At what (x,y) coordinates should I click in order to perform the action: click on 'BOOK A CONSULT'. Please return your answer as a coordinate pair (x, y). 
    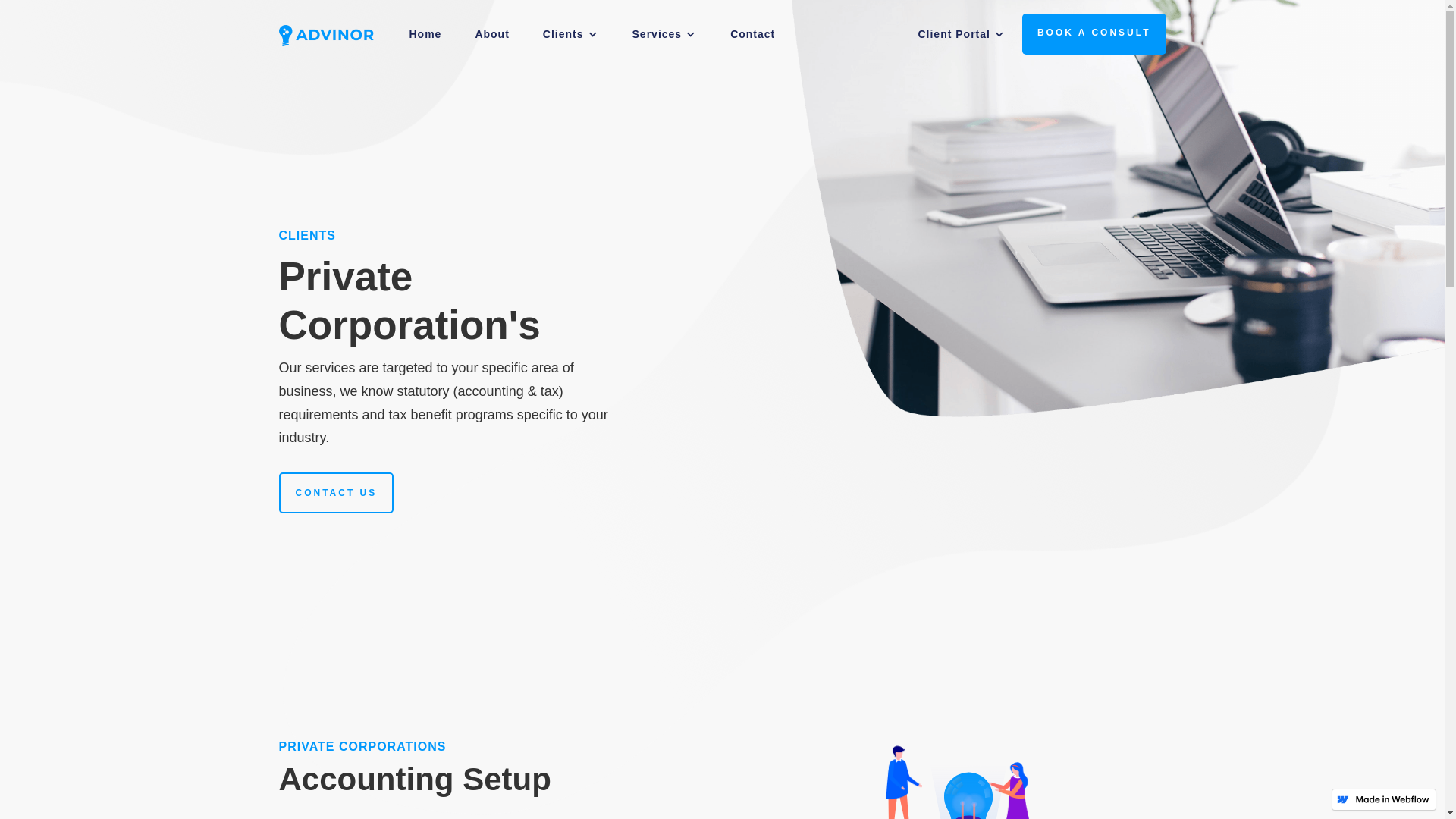
    Looking at the image, I should click on (1022, 34).